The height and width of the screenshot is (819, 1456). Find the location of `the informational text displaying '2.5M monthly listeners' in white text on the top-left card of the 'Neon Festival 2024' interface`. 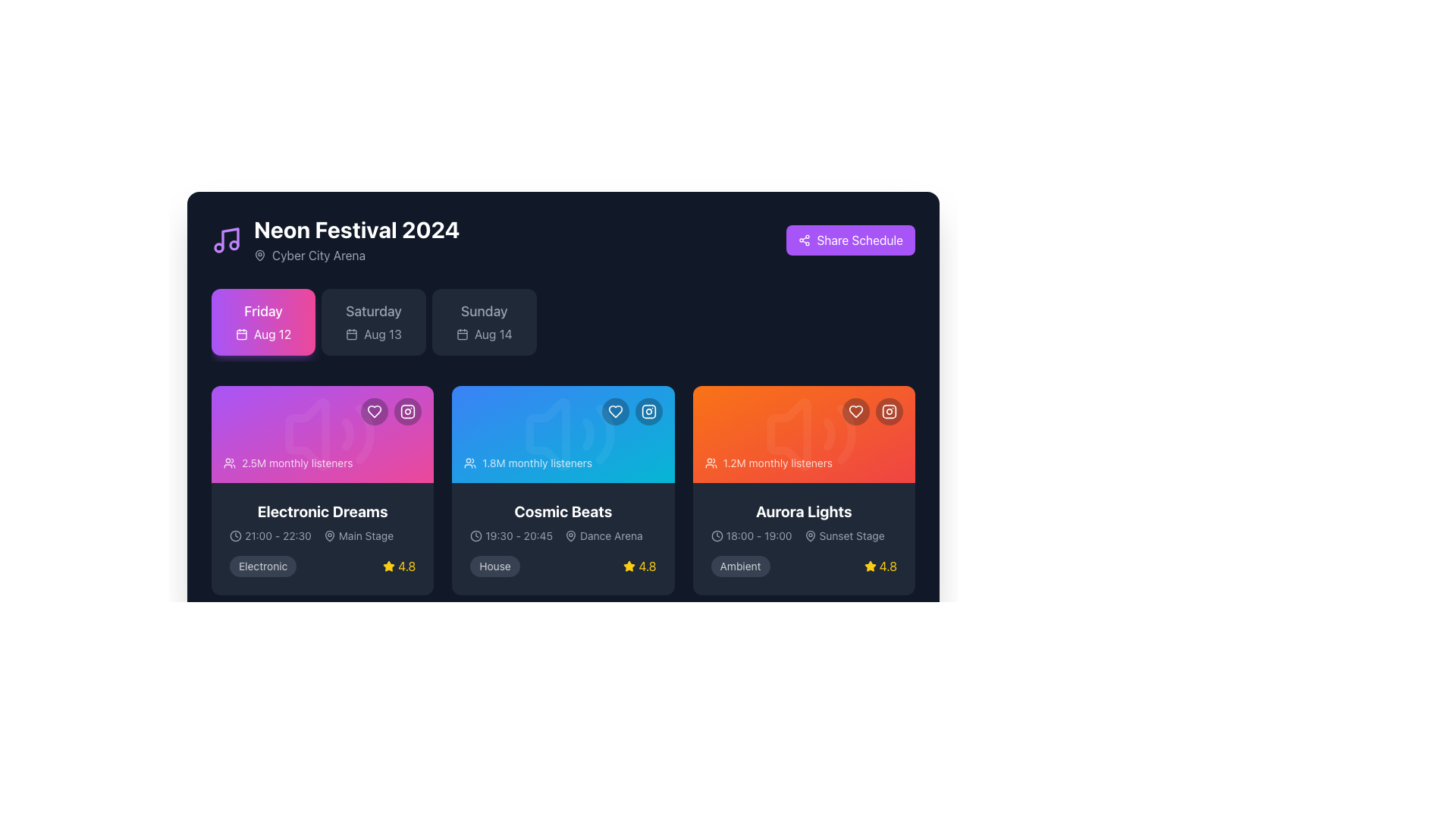

the informational text displaying '2.5M monthly listeners' in white text on the top-left card of the 'Neon Festival 2024' interface is located at coordinates (297, 462).